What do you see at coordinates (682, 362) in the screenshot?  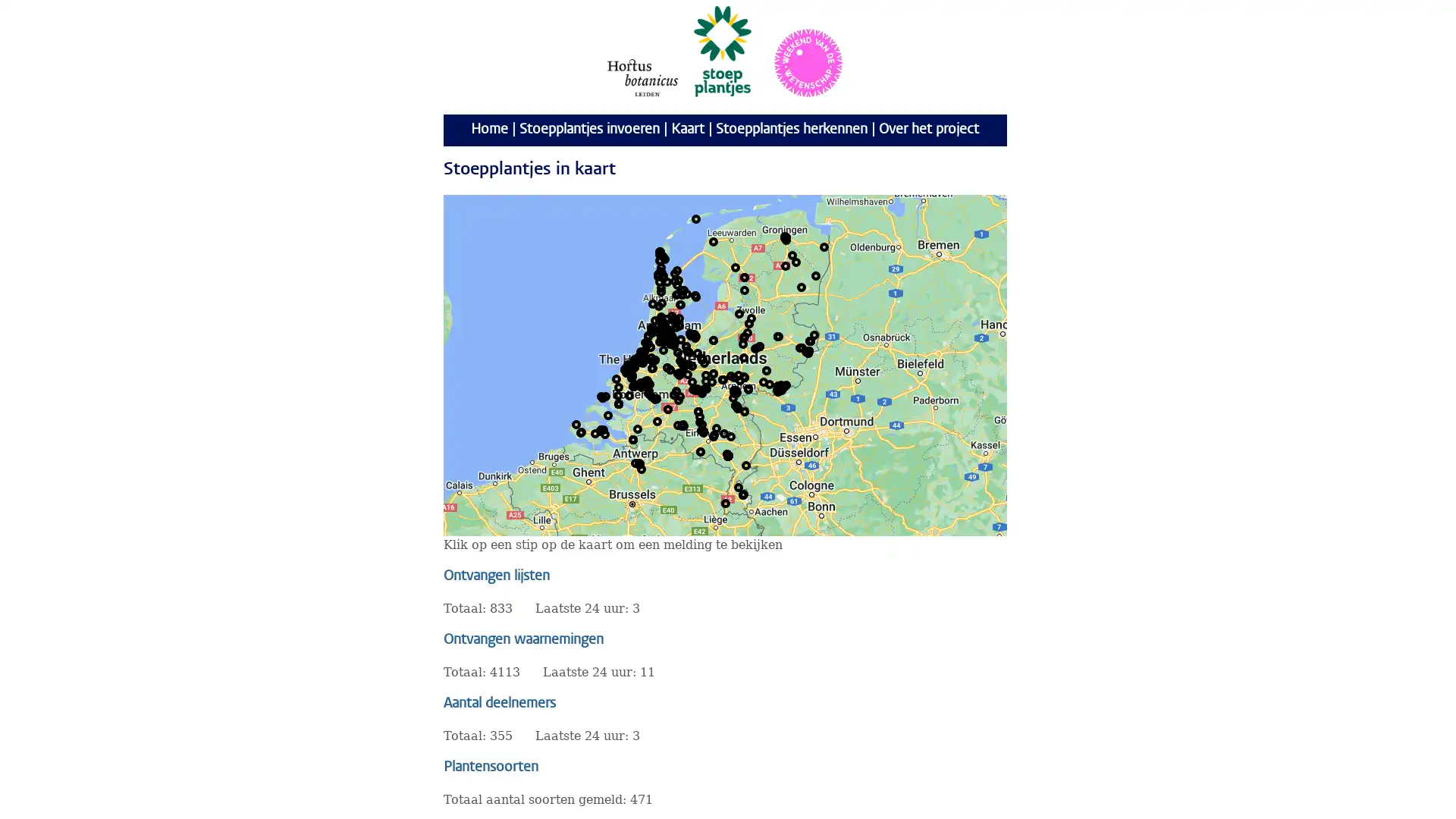 I see `Telling van op 12 april 2022` at bounding box center [682, 362].